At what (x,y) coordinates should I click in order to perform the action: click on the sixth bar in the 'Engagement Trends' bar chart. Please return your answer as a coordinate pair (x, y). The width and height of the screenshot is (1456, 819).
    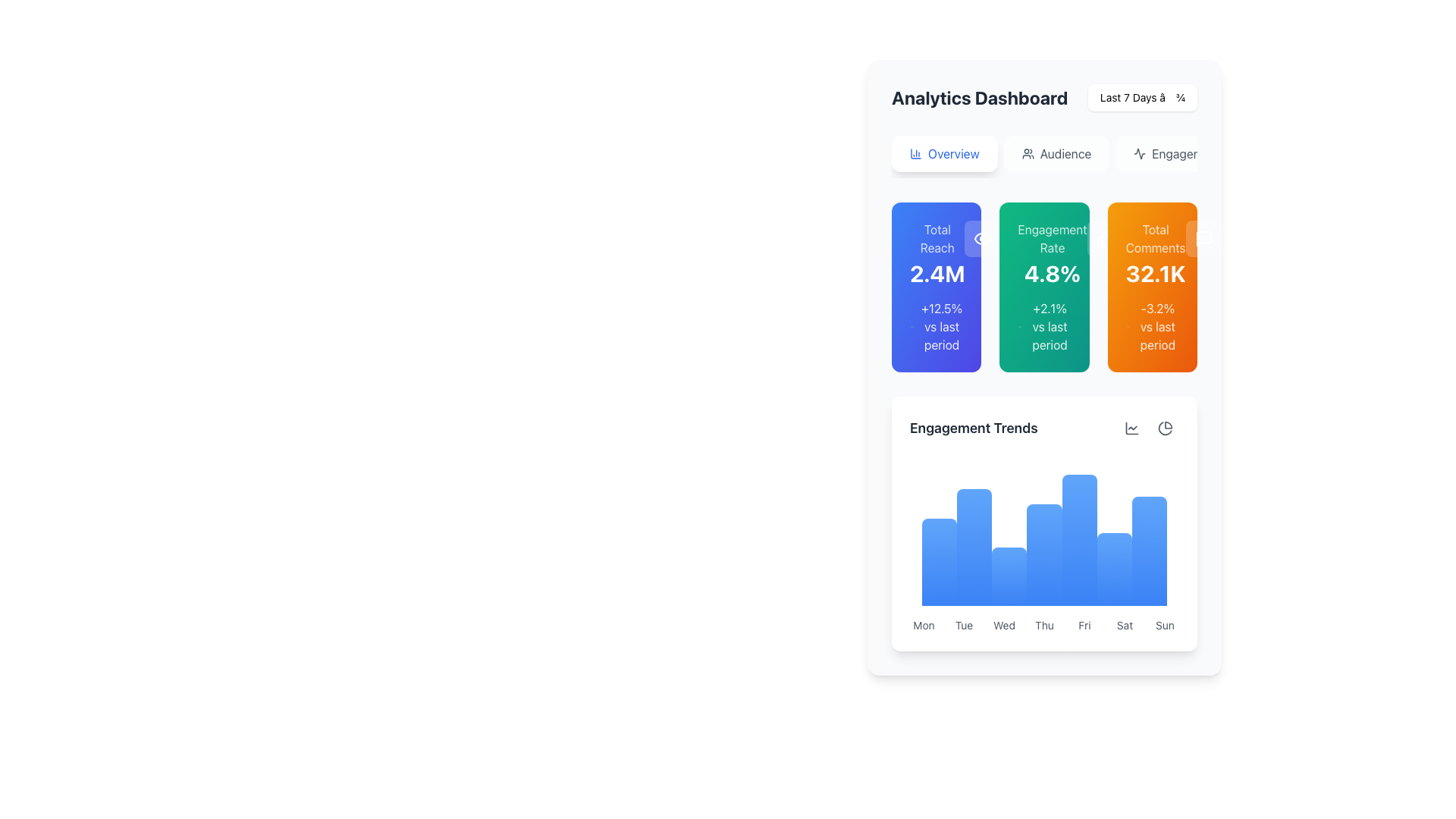
    Looking at the image, I should click on (1114, 570).